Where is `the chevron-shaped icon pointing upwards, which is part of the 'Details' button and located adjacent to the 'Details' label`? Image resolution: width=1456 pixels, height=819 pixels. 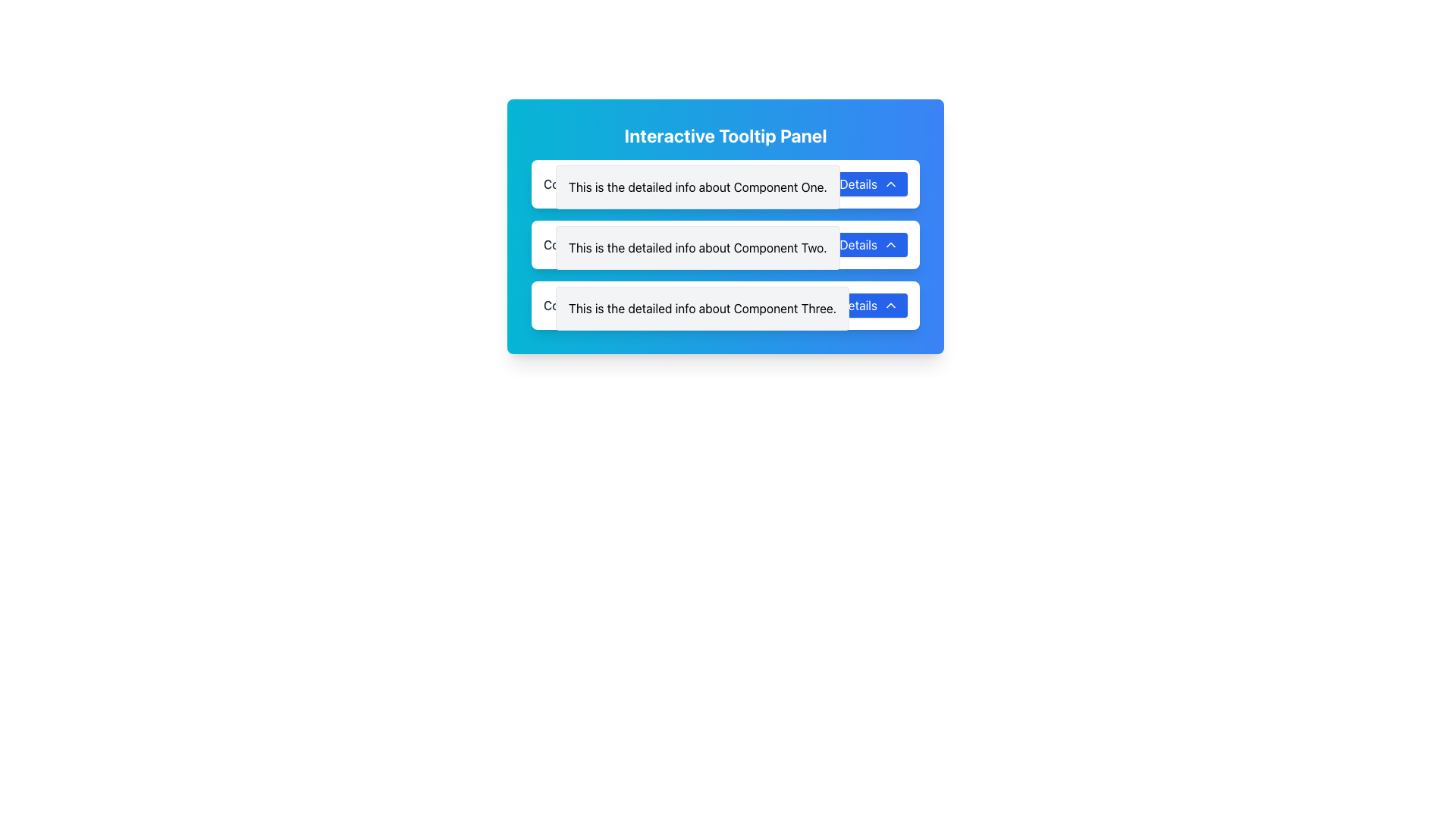
the chevron-shaped icon pointing upwards, which is part of the 'Details' button and located adjacent to the 'Details' label is located at coordinates (891, 184).